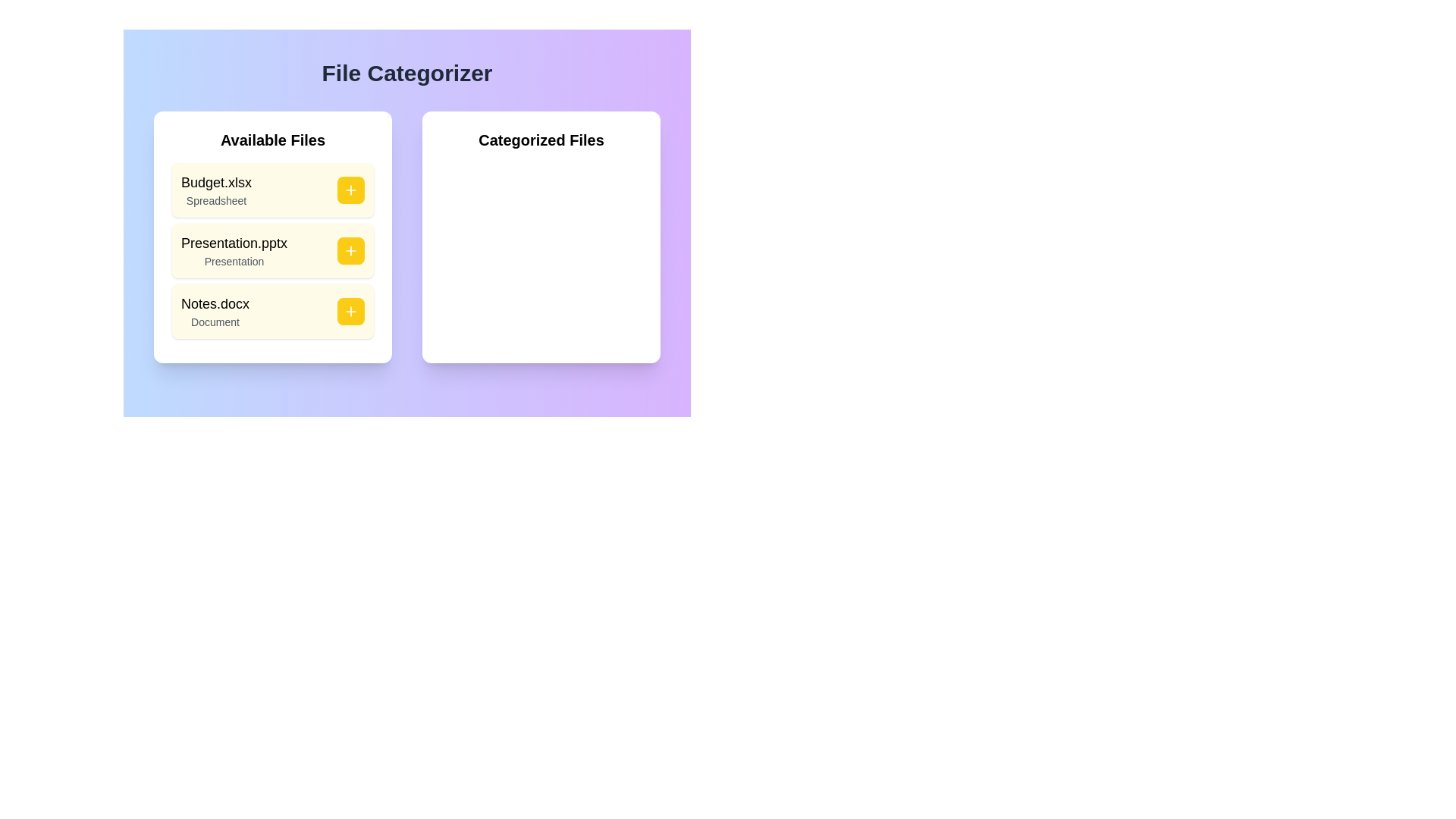 This screenshot has height=819, width=1456. Describe the element at coordinates (350, 250) in the screenshot. I see `the interactive button next to the file name 'Presentation.pptx'` at that location.